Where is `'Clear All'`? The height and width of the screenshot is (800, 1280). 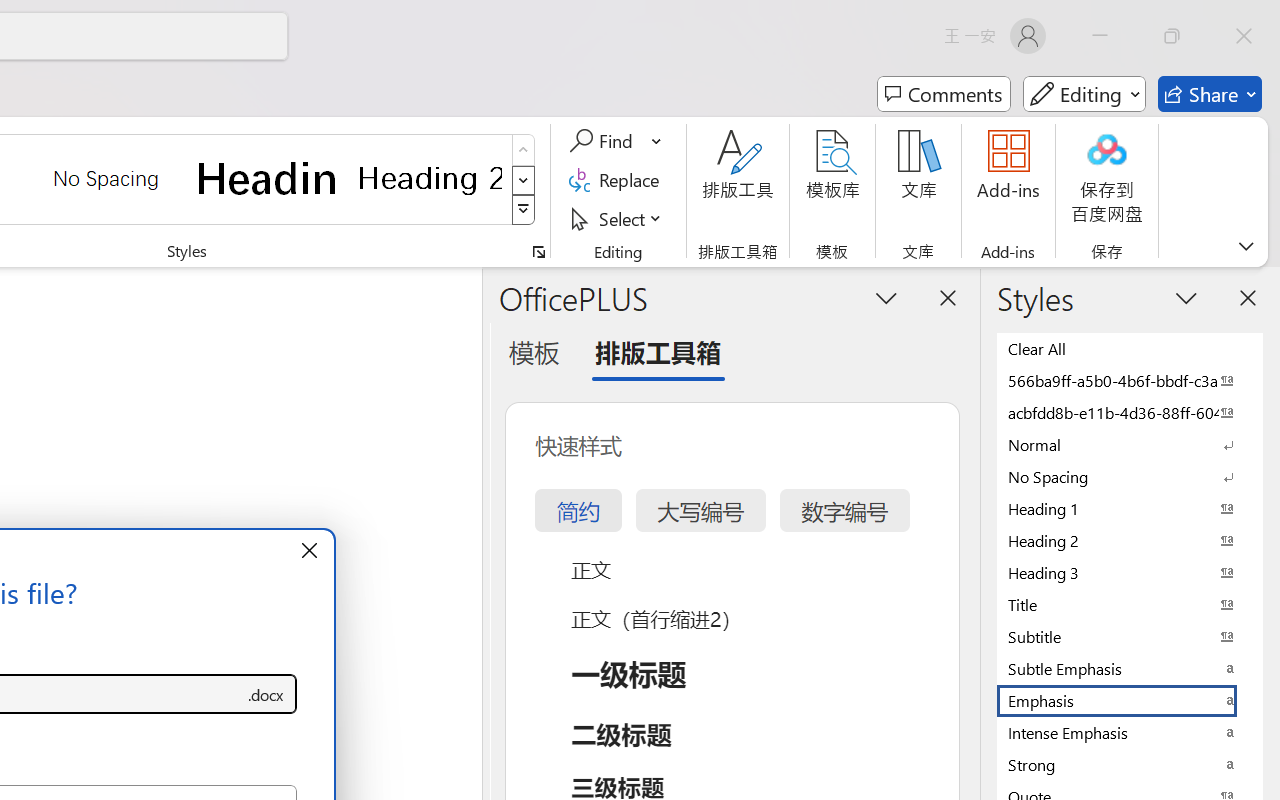
'Clear All' is located at coordinates (1130, 348).